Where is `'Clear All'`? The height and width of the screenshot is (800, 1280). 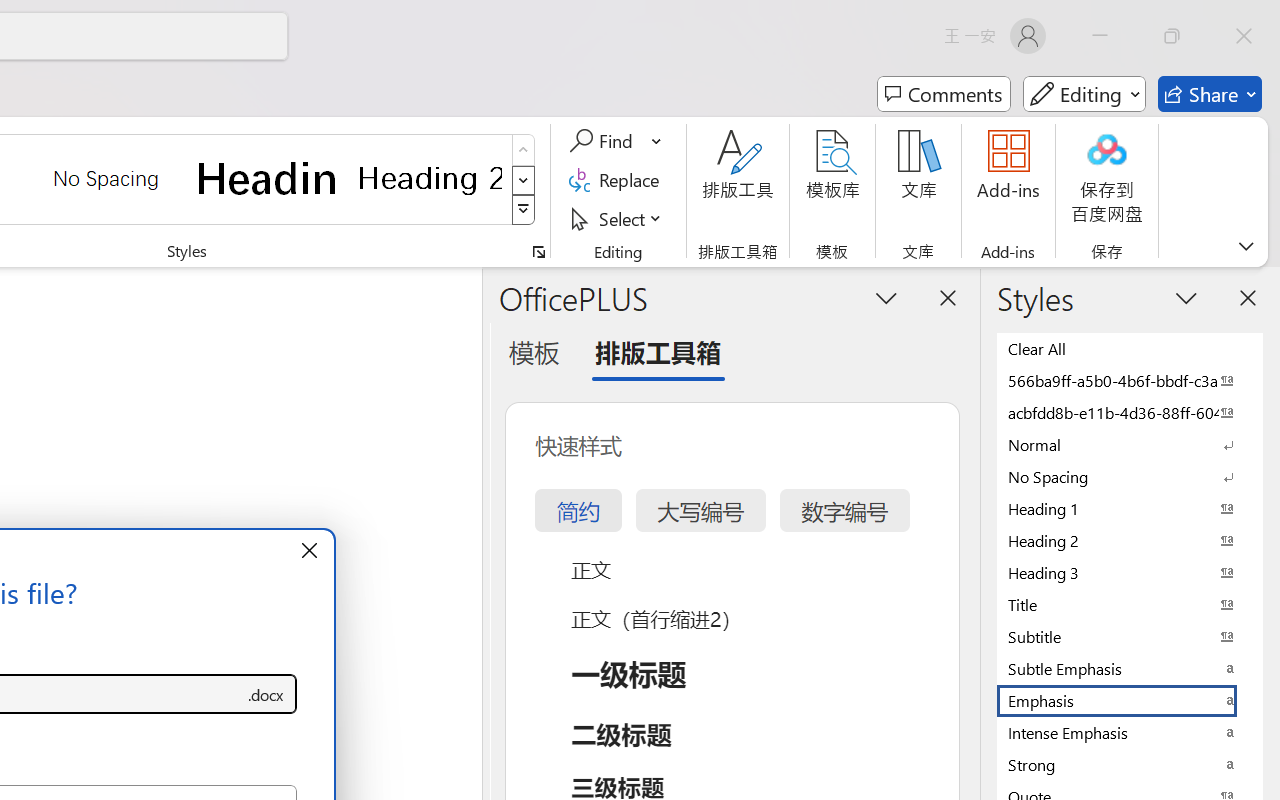
'Clear All' is located at coordinates (1130, 348).